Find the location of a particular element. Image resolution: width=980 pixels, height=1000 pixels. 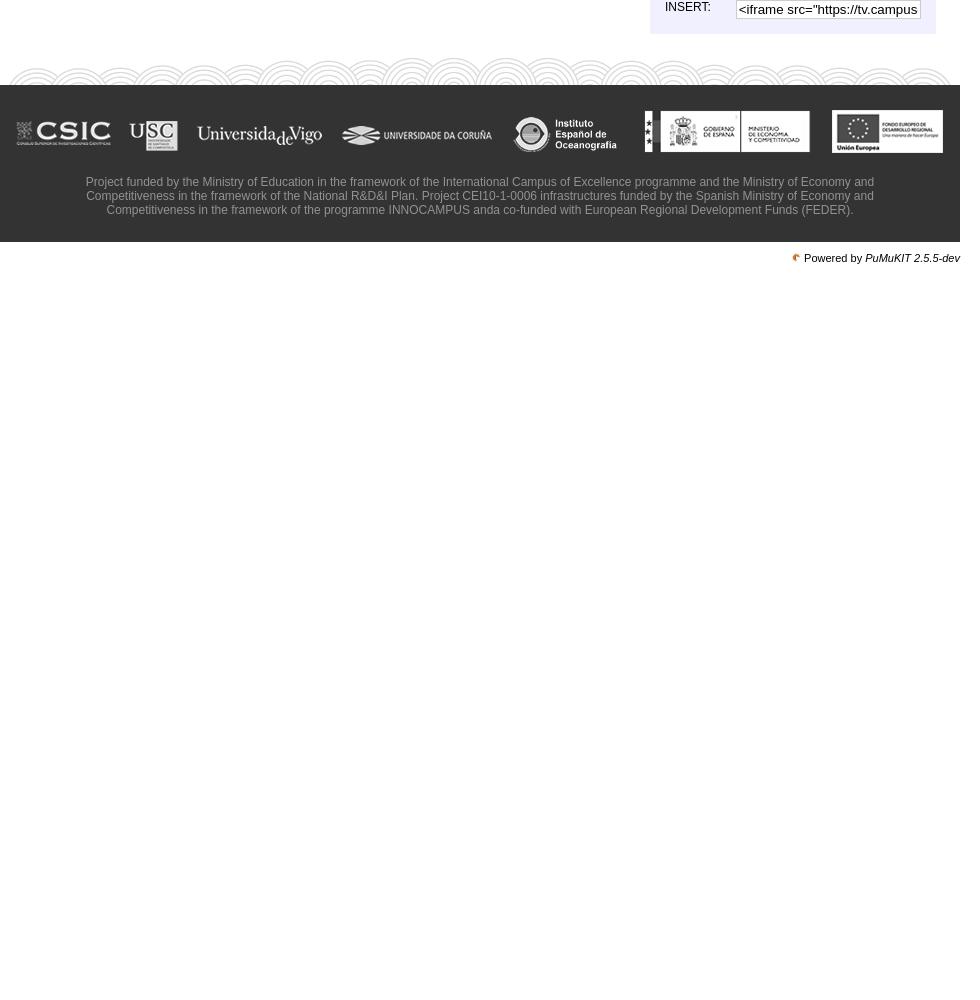

'Spot Summer Science Campus' is located at coordinates (833, 678).